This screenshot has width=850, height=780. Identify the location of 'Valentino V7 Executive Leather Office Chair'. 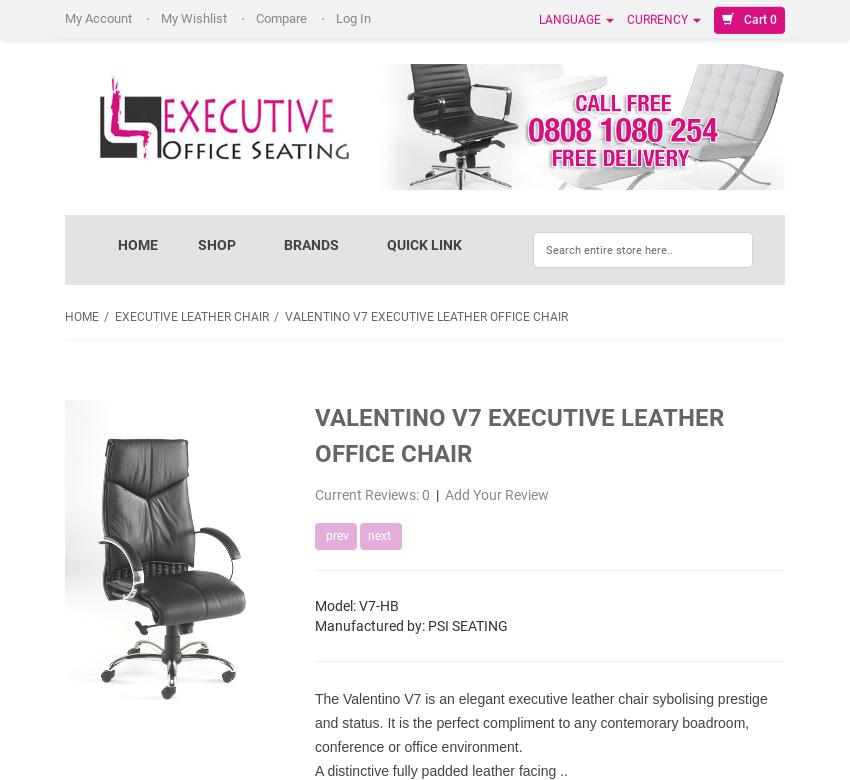
(425, 315).